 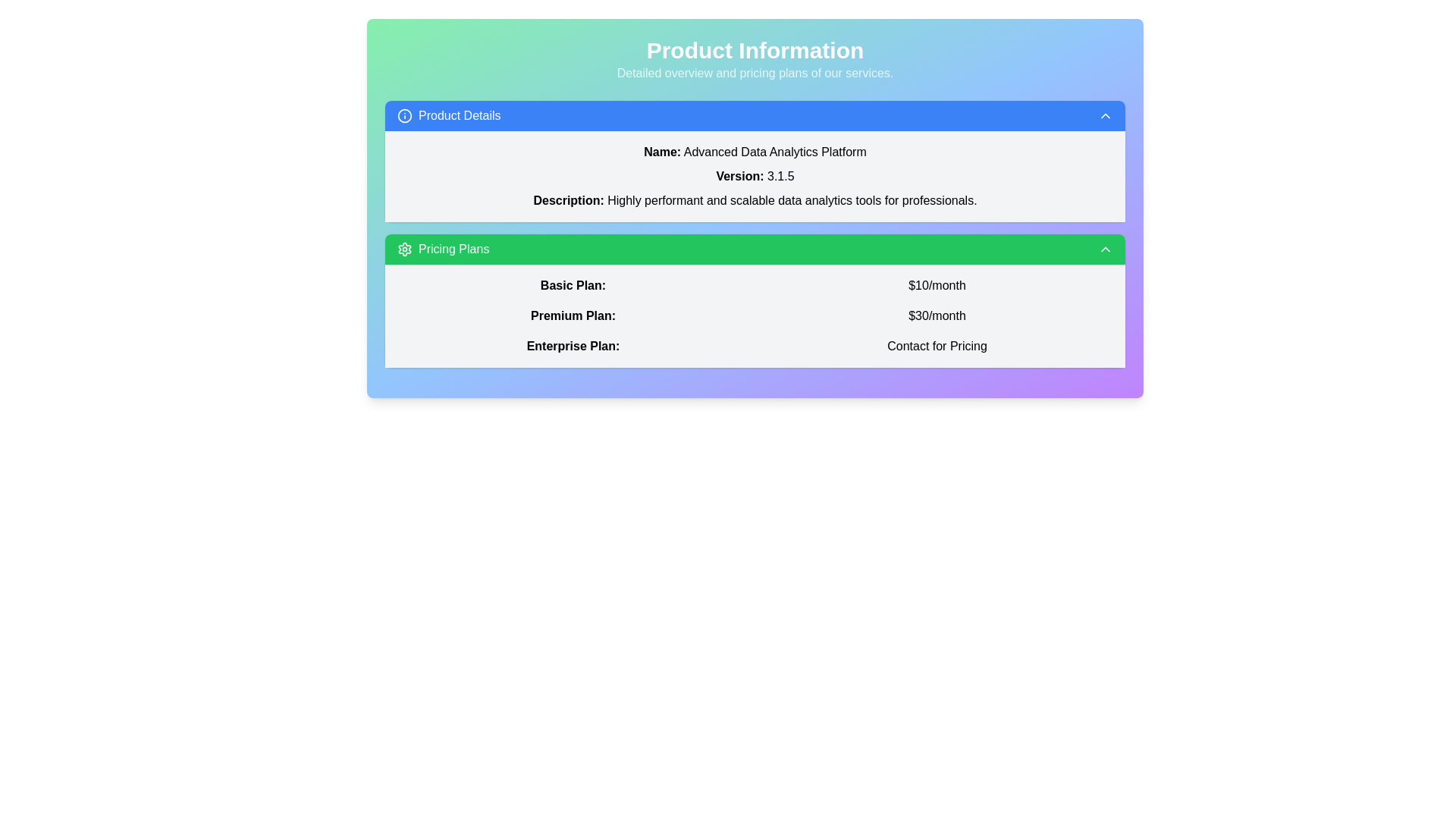 I want to click on the Text Label in the 'Pricing Plans' section that identifies the name of a pricing plan, located below 'Basic Plan:' and above 'Enterprise Plan:' in the left column, so click(x=572, y=315).